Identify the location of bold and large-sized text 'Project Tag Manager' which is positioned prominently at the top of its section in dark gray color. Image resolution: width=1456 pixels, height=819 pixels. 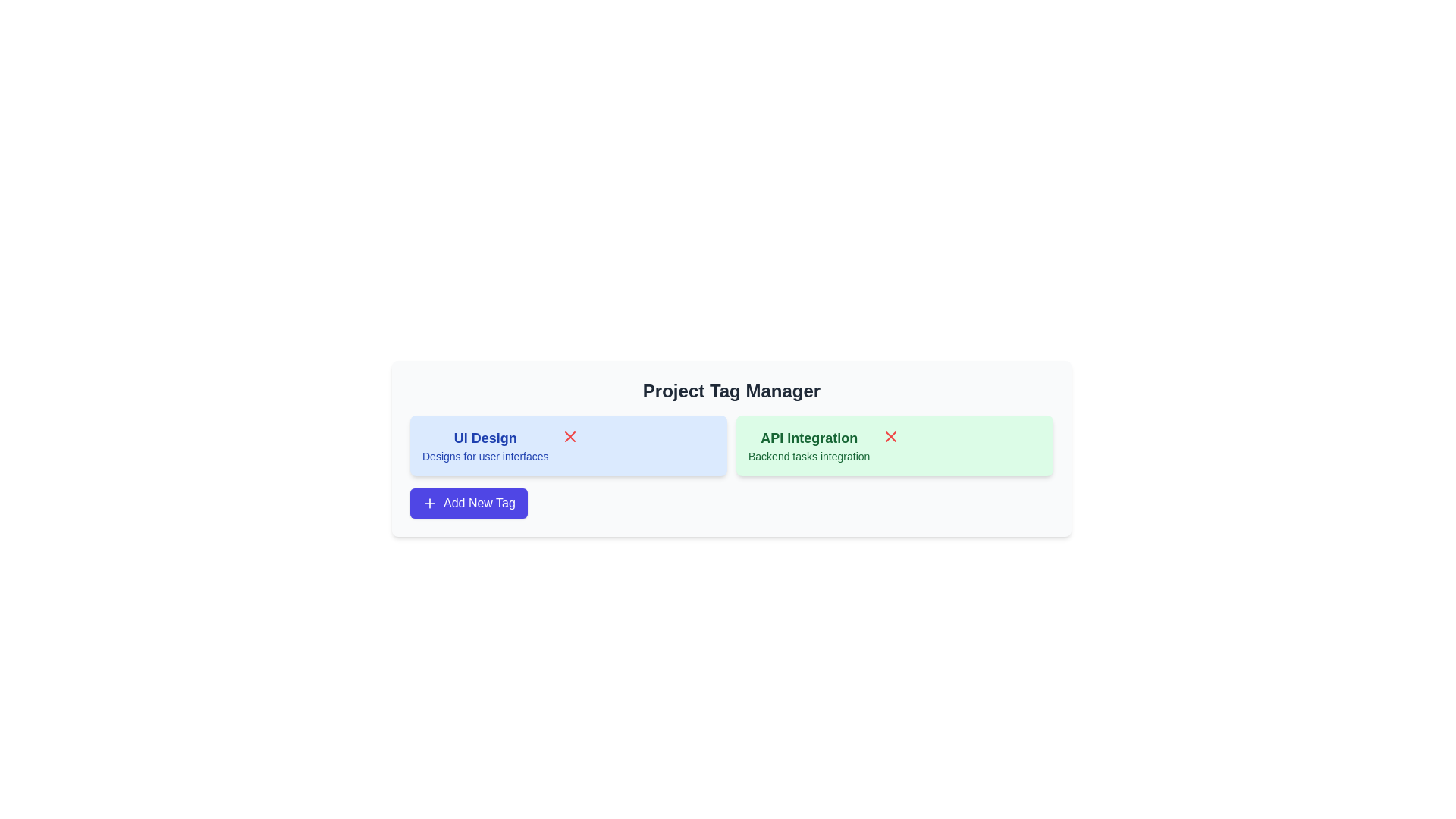
(731, 391).